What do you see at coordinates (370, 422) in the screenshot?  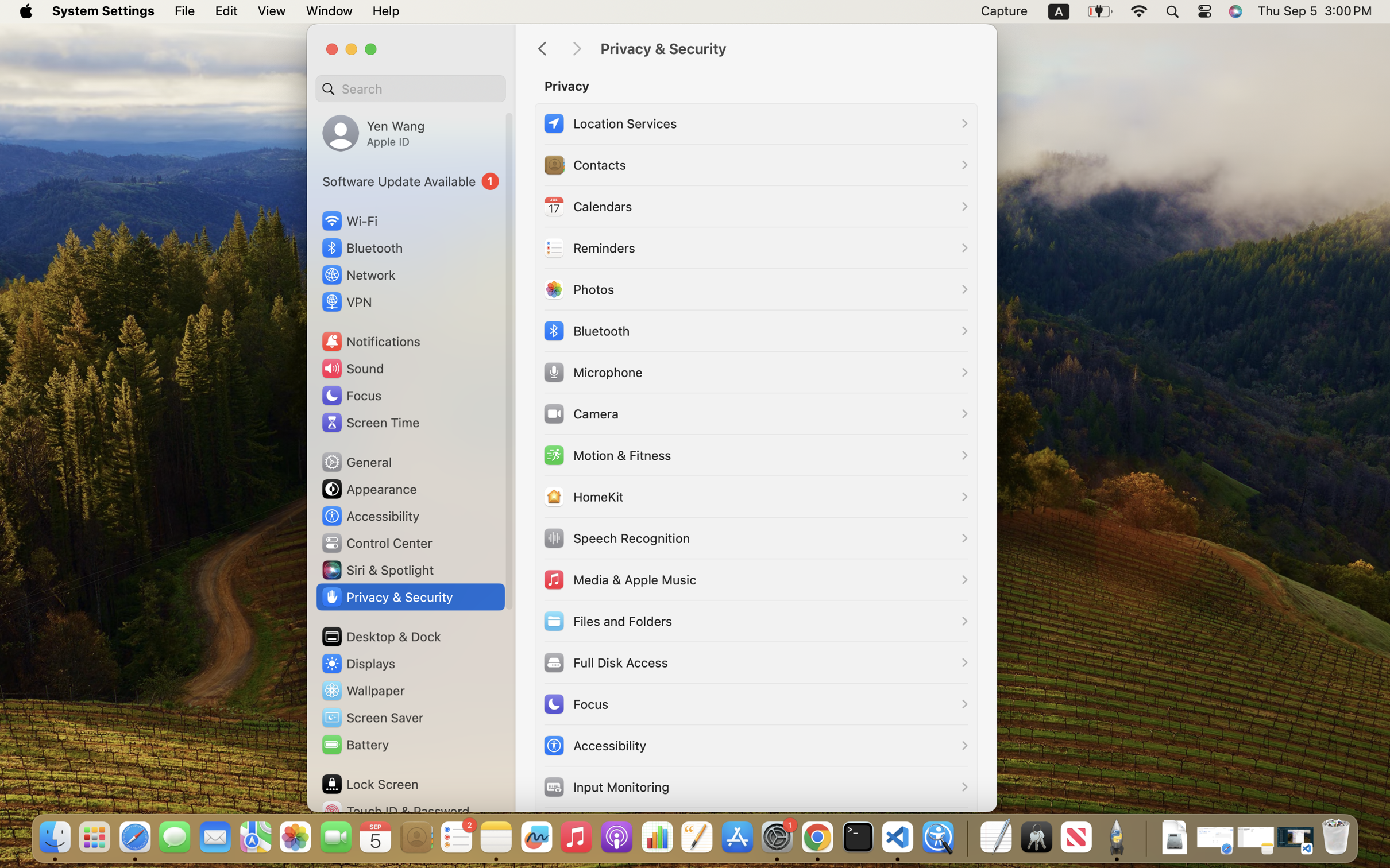 I see `'Screen Time'` at bounding box center [370, 422].